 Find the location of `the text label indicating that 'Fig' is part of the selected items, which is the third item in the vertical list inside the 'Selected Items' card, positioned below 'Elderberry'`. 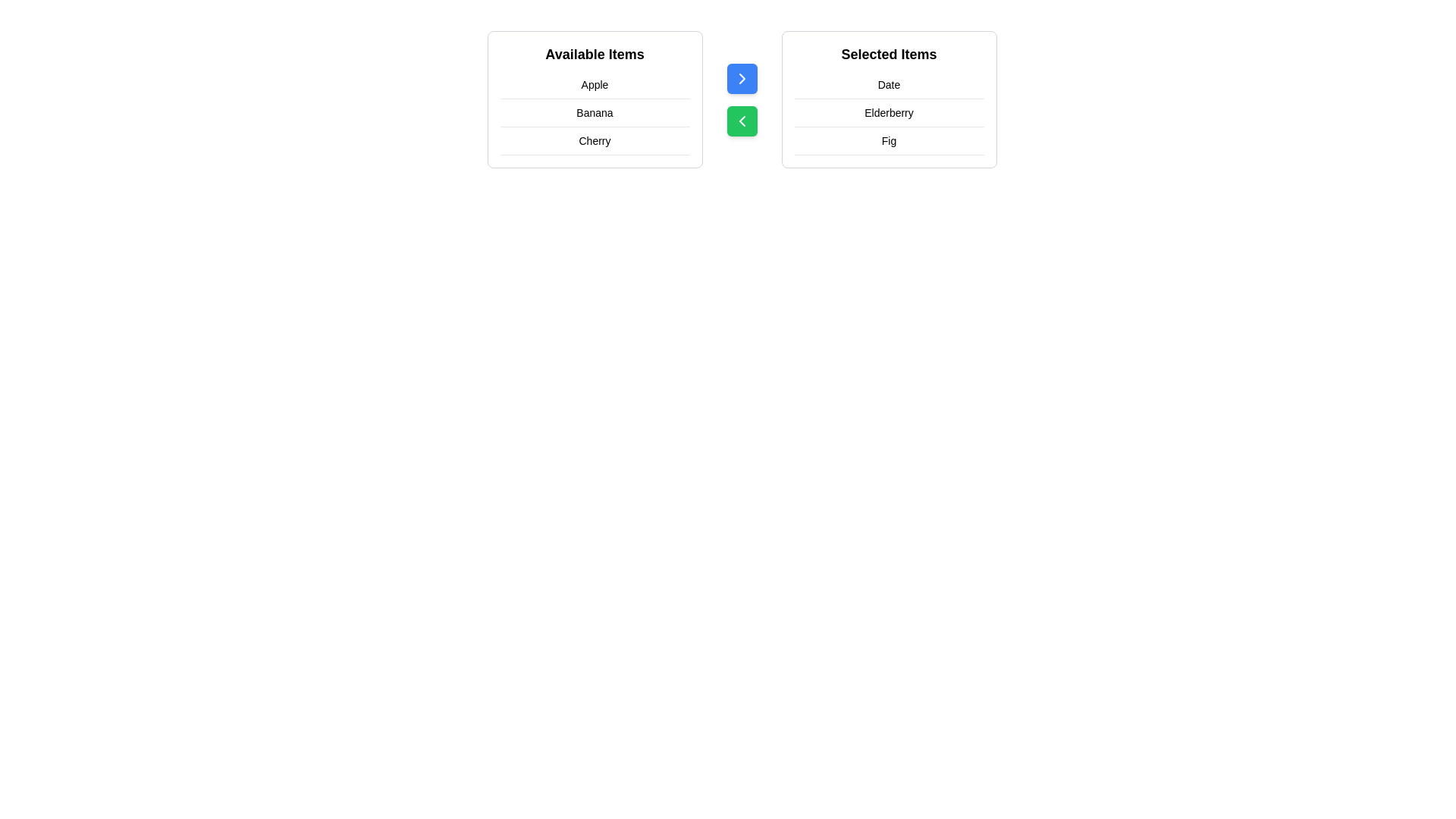

the text label indicating that 'Fig' is part of the selected items, which is the third item in the vertical list inside the 'Selected Items' card, positioned below 'Elderberry' is located at coordinates (889, 141).